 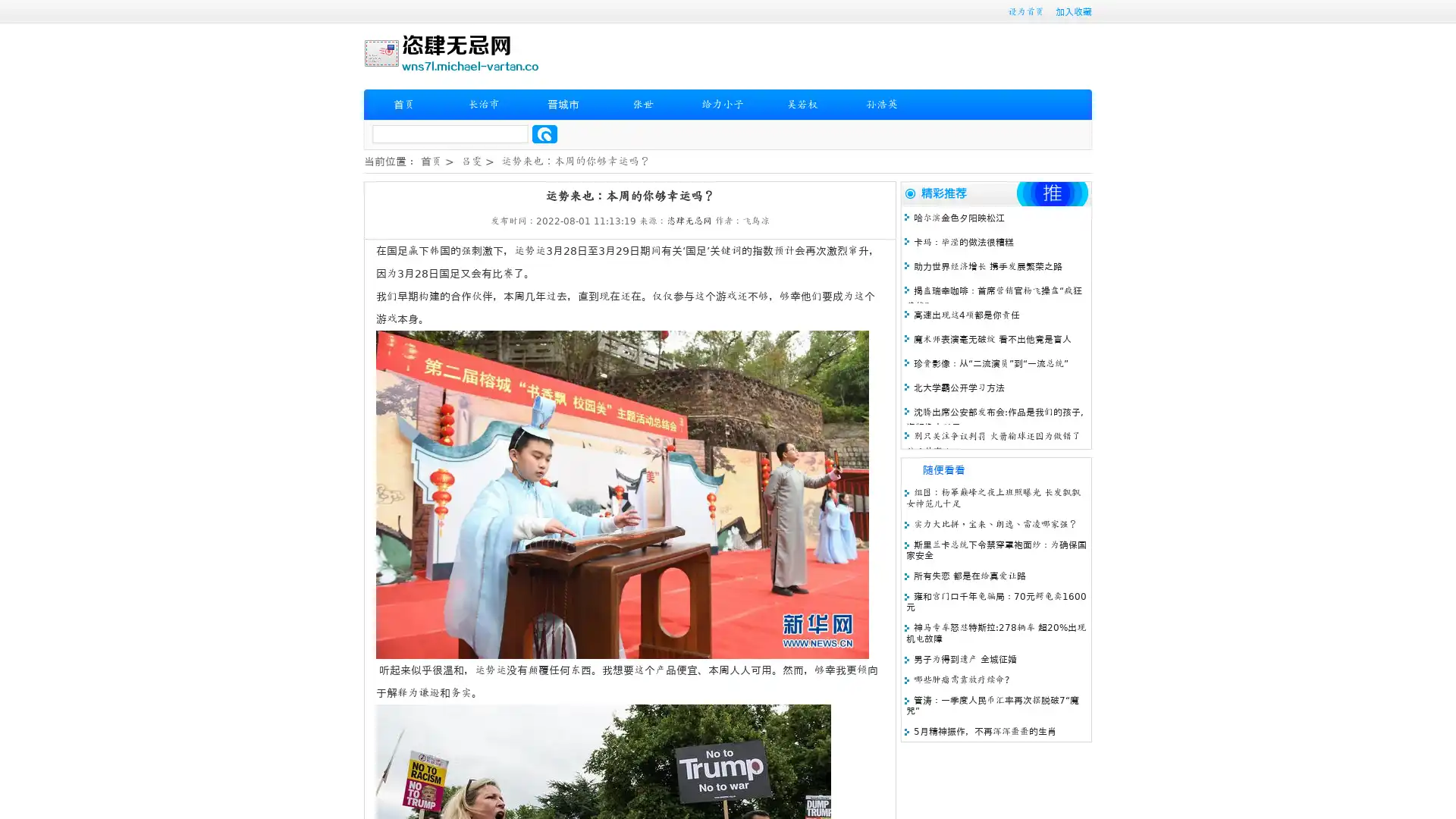 I want to click on Search, so click(x=544, y=133).